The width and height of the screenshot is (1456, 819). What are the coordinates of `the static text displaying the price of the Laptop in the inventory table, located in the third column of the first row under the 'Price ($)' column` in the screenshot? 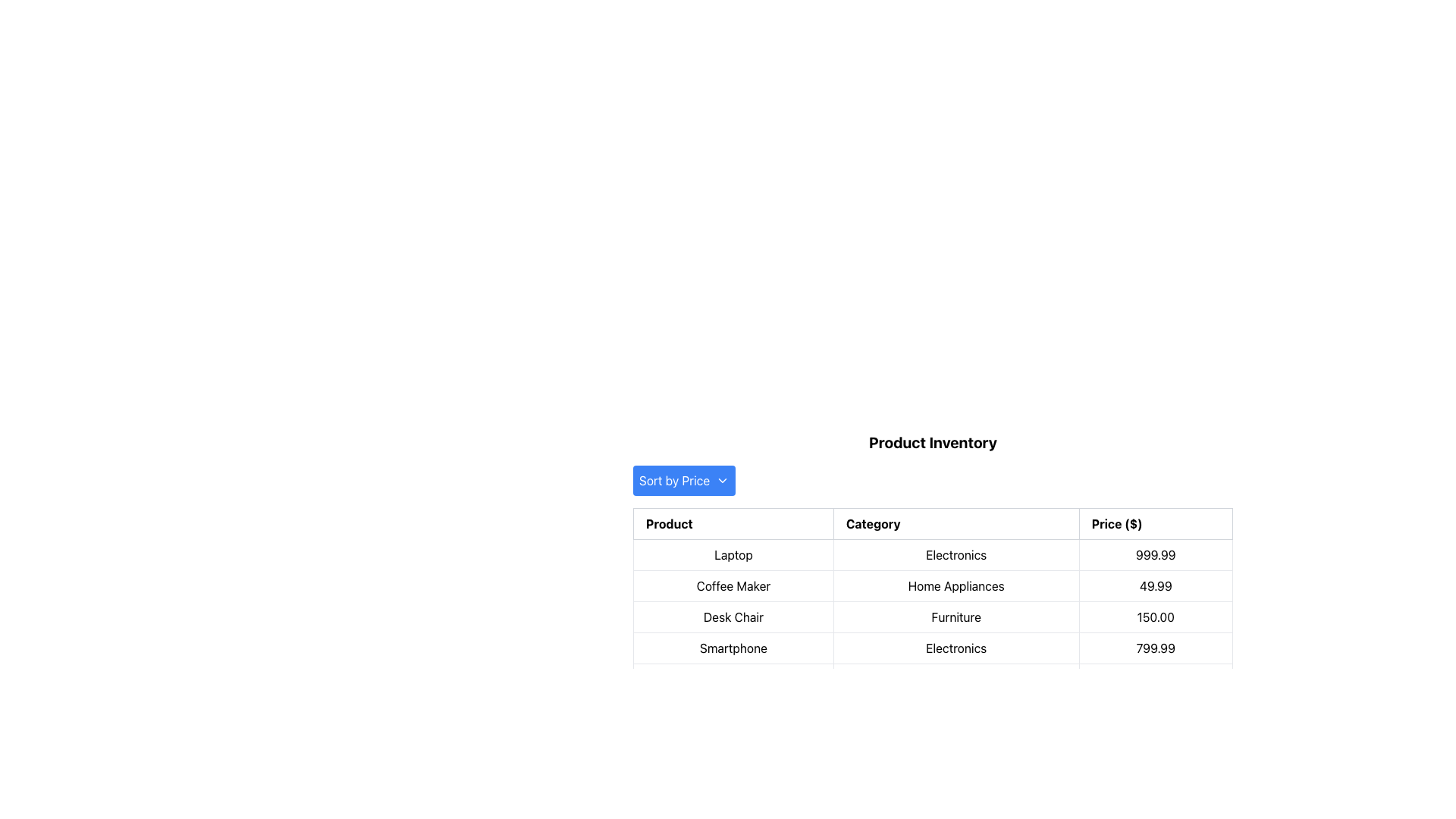 It's located at (1155, 555).